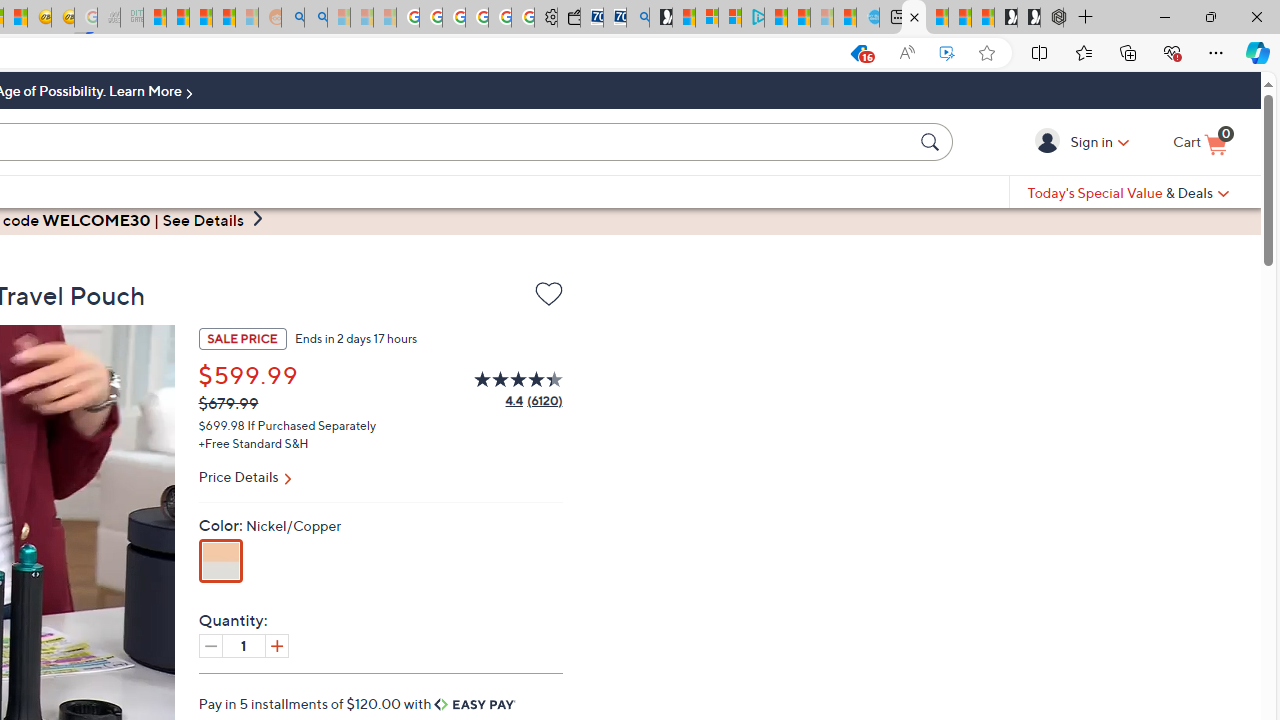 The image size is (1280, 720). I want to click on 'If Purchased Separately', so click(311, 423).